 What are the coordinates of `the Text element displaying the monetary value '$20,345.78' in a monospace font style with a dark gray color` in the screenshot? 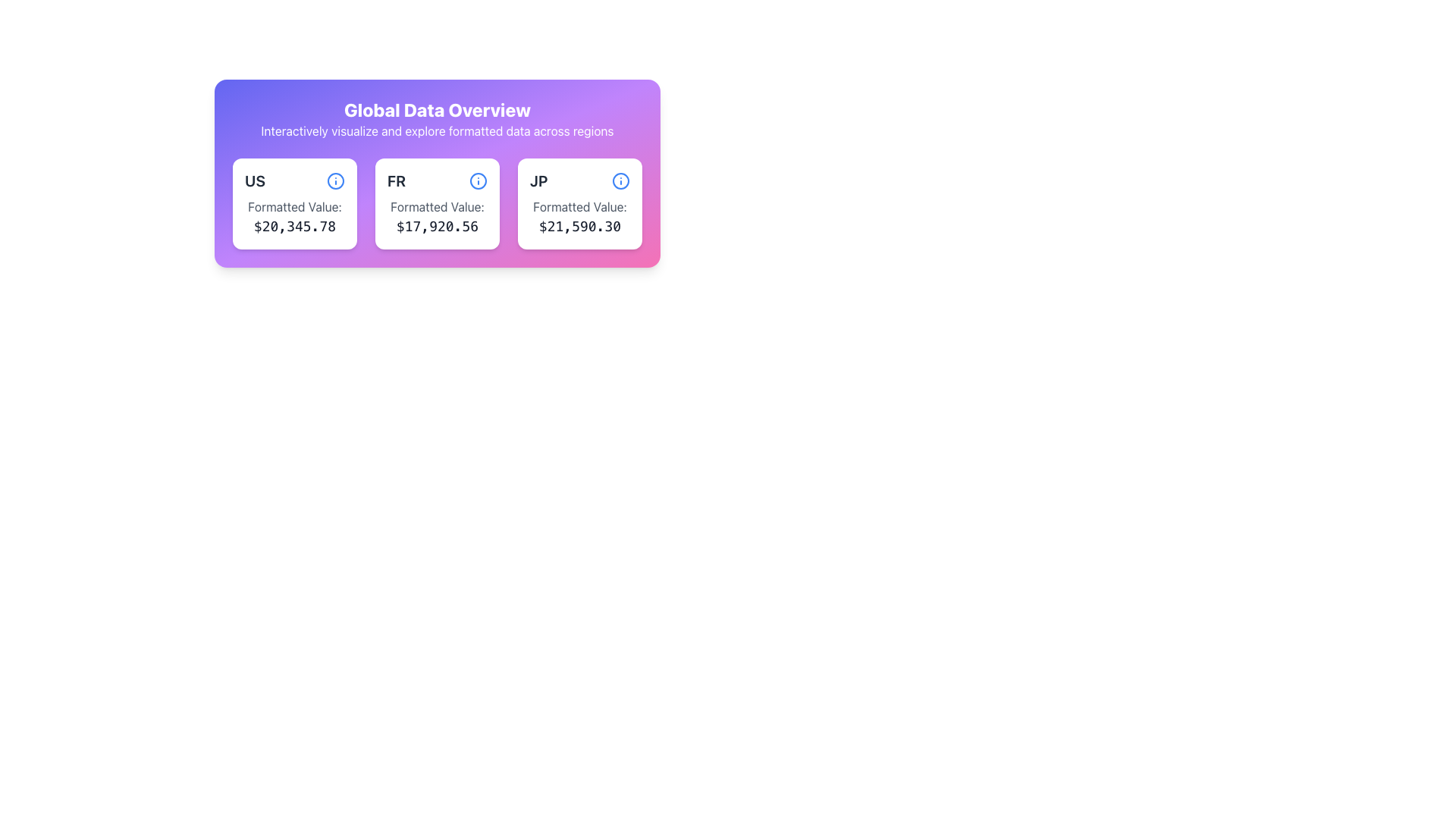 It's located at (294, 227).